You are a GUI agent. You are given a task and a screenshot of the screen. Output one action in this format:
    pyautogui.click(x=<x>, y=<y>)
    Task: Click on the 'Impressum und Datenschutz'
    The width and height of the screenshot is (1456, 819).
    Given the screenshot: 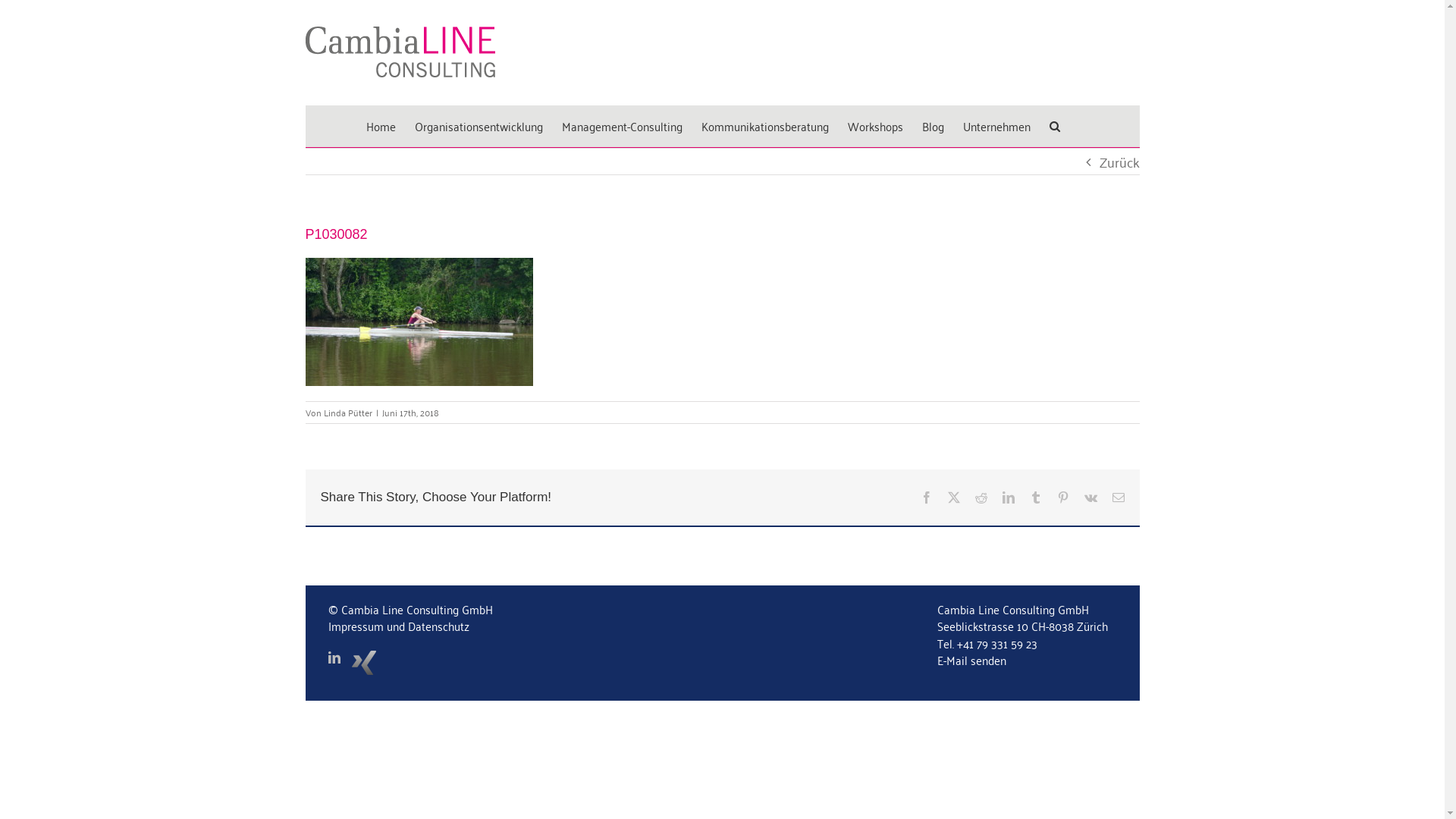 What is the action you would take?
    pyautogui.click(x=327, y=626)
    